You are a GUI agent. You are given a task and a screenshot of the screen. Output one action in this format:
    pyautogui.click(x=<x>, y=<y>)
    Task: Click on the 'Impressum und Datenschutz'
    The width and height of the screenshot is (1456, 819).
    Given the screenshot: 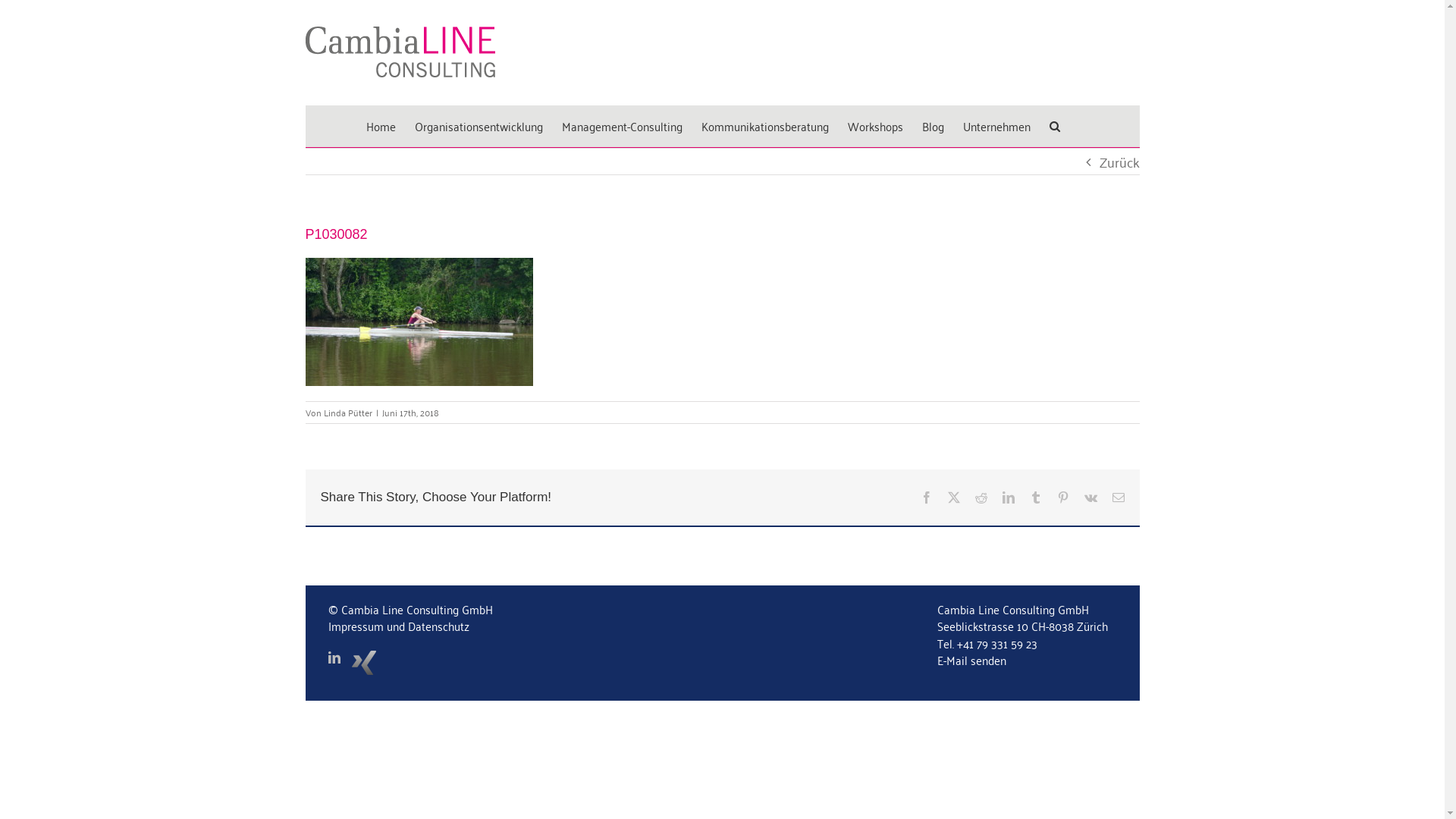 What is the action you would take?
    pyautogui.click(x=327, y=626)
    